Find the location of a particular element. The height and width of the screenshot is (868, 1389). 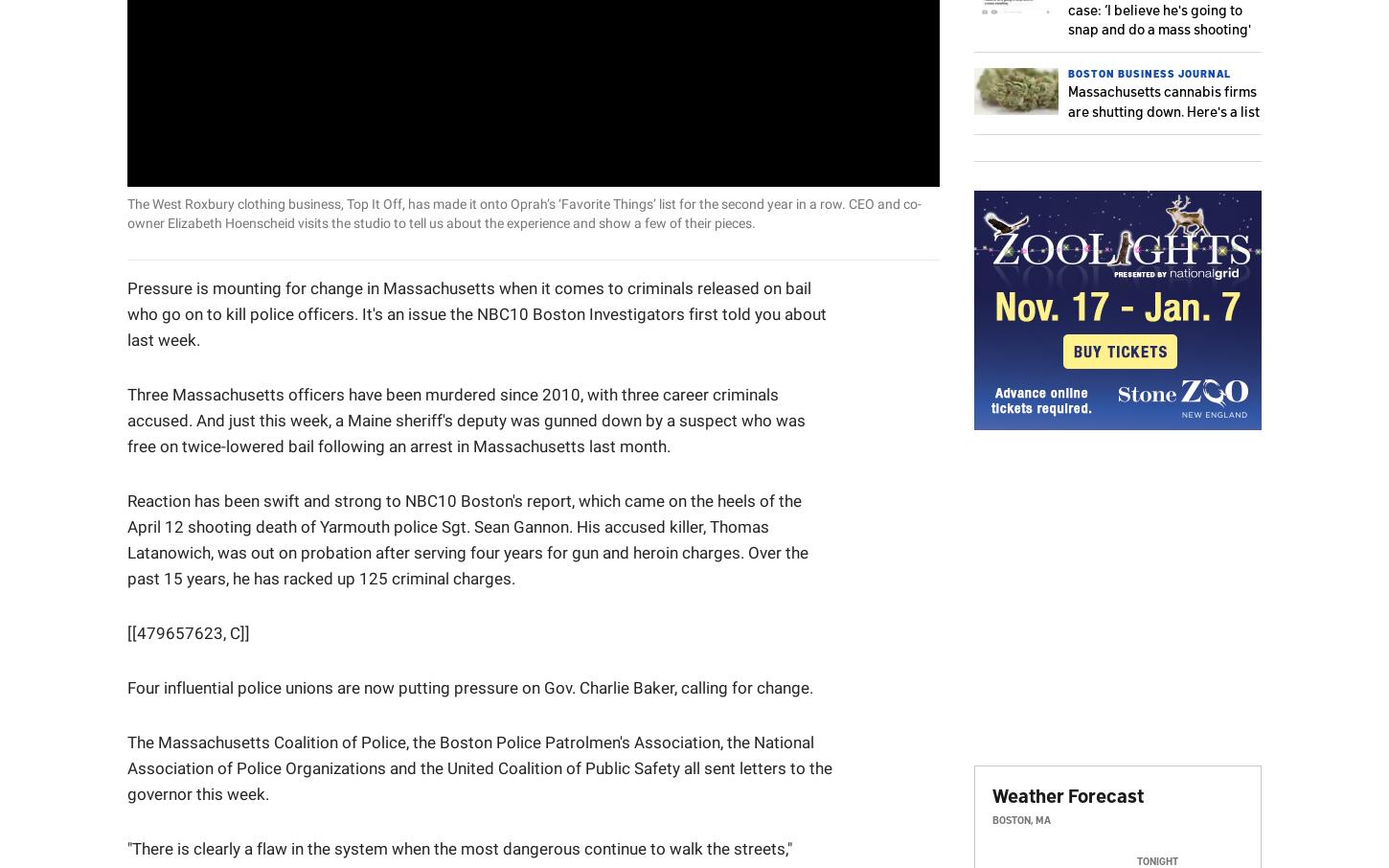

'/' is located at coordinates (216, 164).